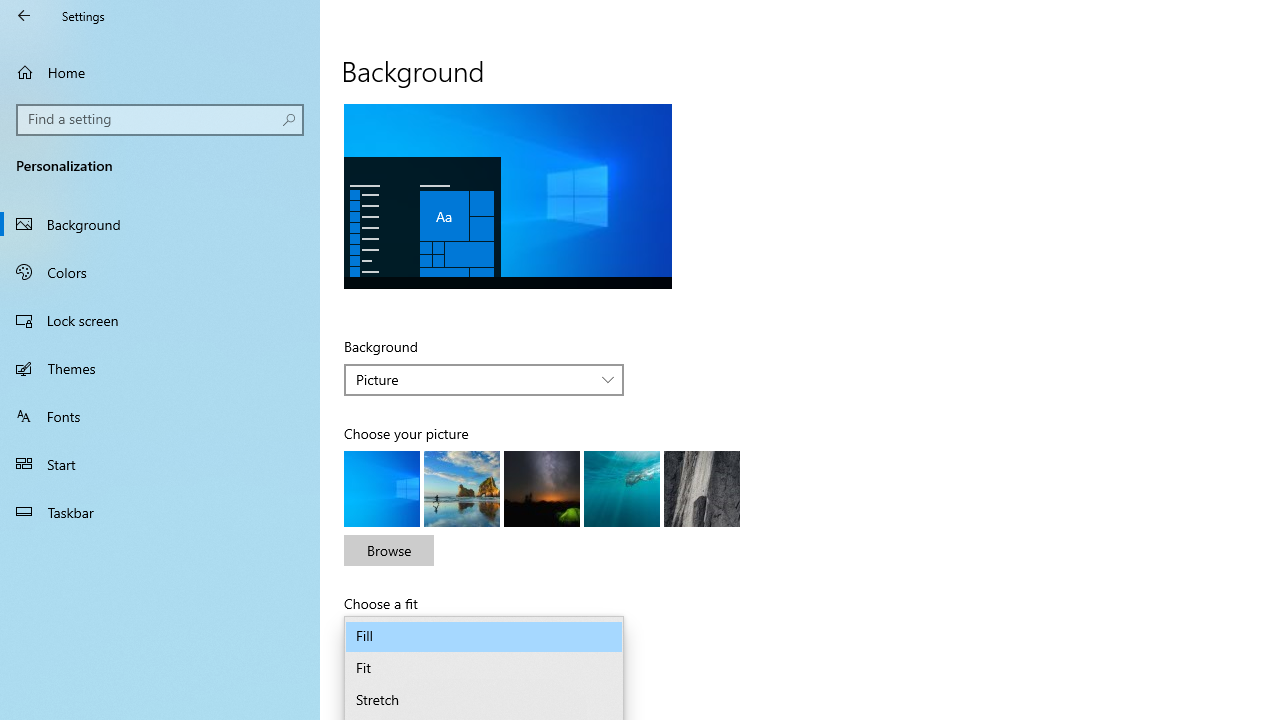 The width and height of the screenshot is (1280, 720). I want to click on 'Picture', so click(472, 379).